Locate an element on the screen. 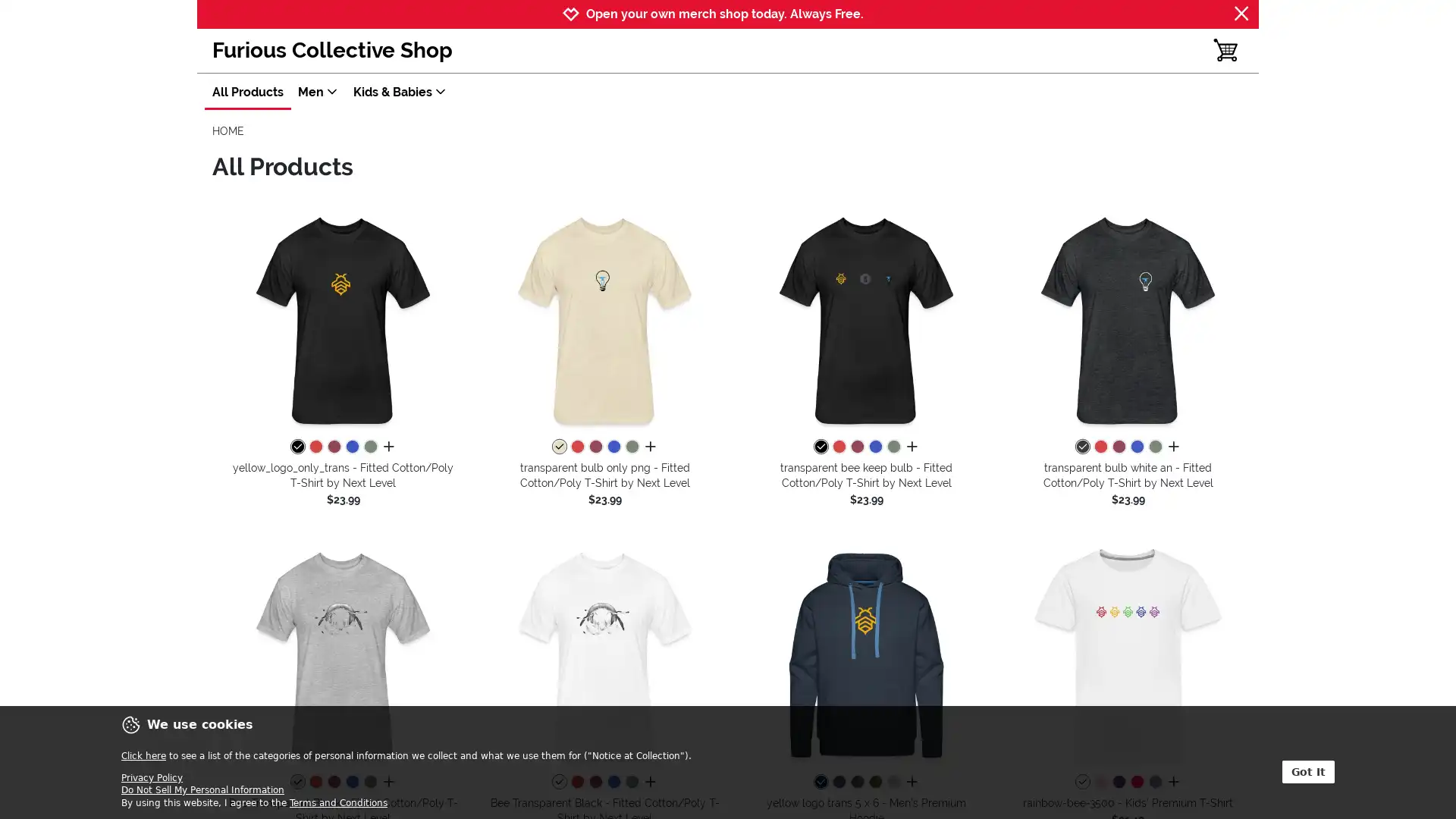 This screenshot has width=1456, height=819. Bee Transparent Black - Fitted Cotton/Poly T-Shirt by Next Level is located at coordinates (342, 654).